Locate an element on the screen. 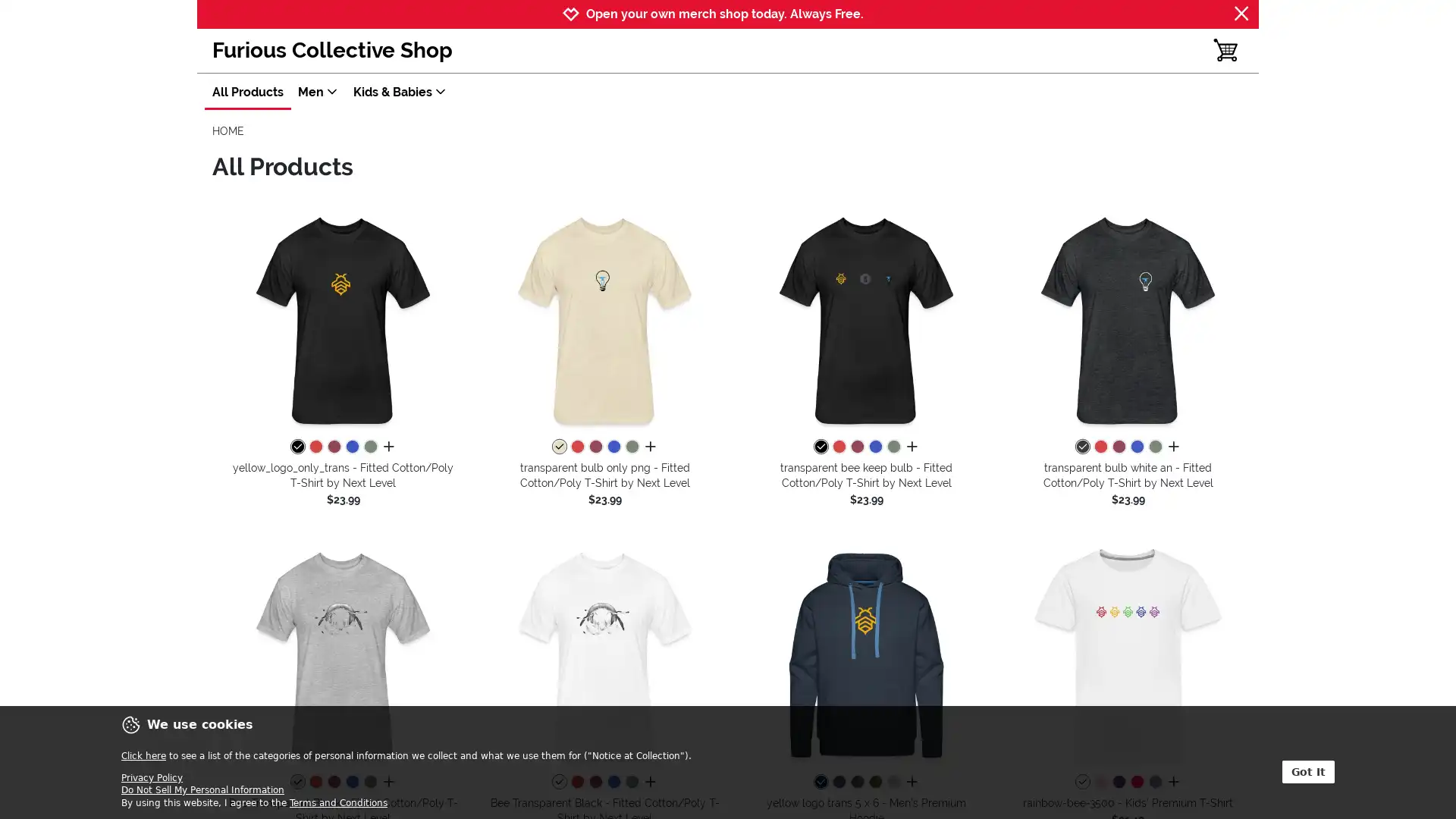 This screenshot has width=1456, height=819. Bee Transparent Black - Fitted Cotton/Poly T-Shirt by Next Level is located at coordinates (342, 654).